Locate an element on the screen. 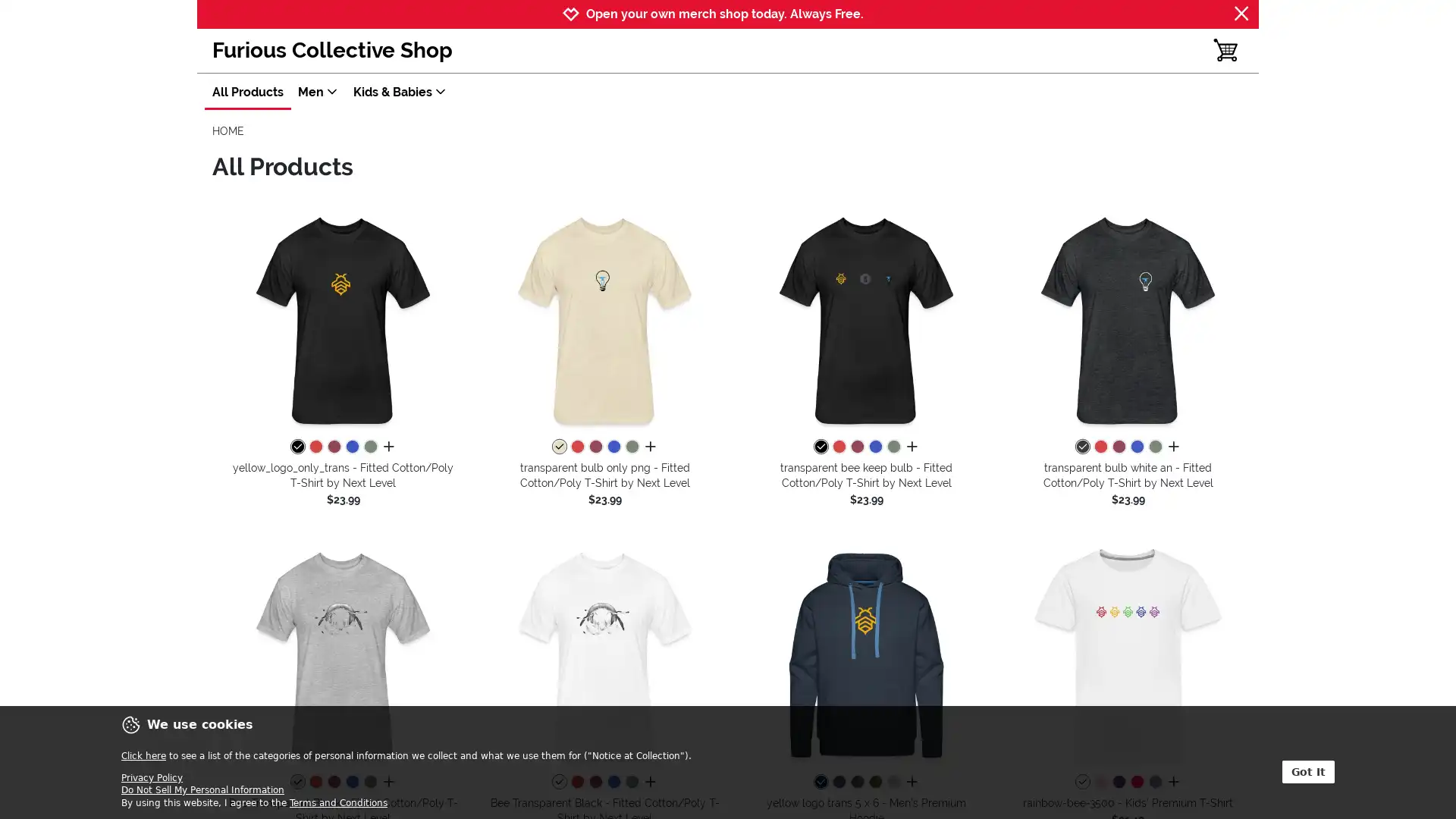 This screenshot has width=1456, height=819. Bee Transparent Black - Fitted Cotton/Poly T-Shirt by Next Level is located at coordinates (342, 654).